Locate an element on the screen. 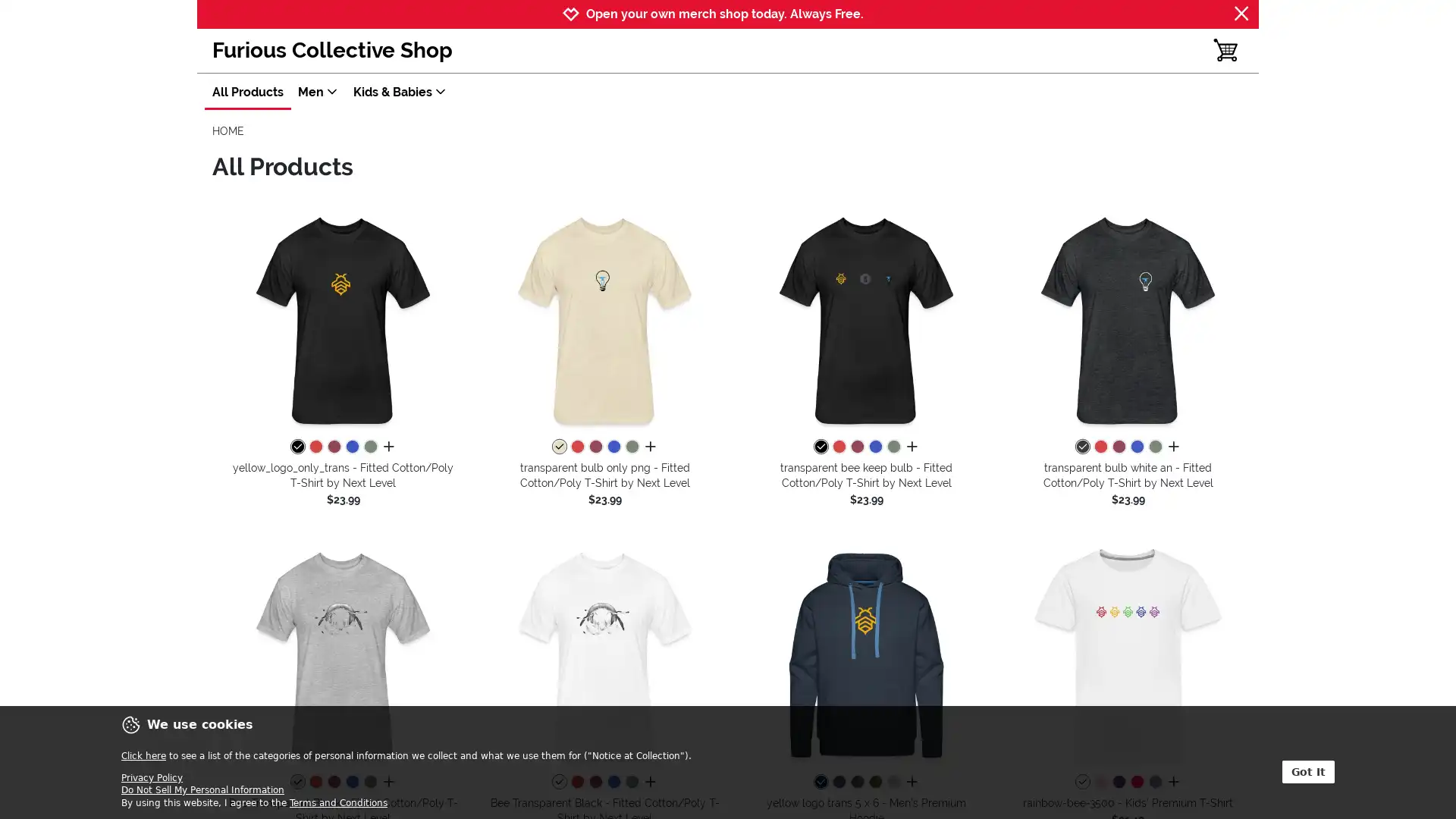 This screenshot has width=1456, height=819. Bee Transparent Black - Fitted Cotton/Poly T-Shirt by Next Level is located at coordinates (342, 654).